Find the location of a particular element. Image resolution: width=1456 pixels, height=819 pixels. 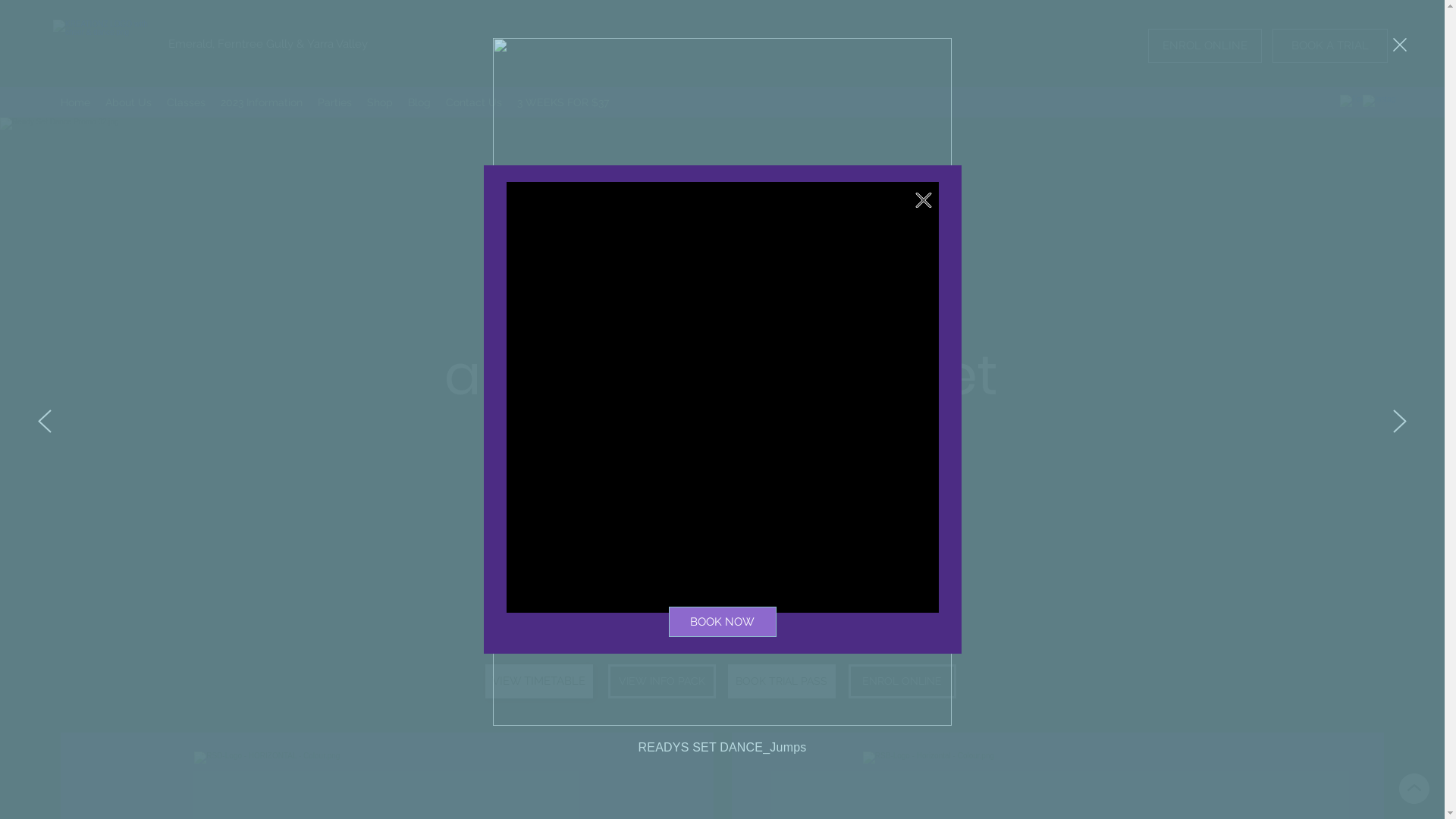

'BOOK A TRIAL' is located at coordinates (1272, 45).